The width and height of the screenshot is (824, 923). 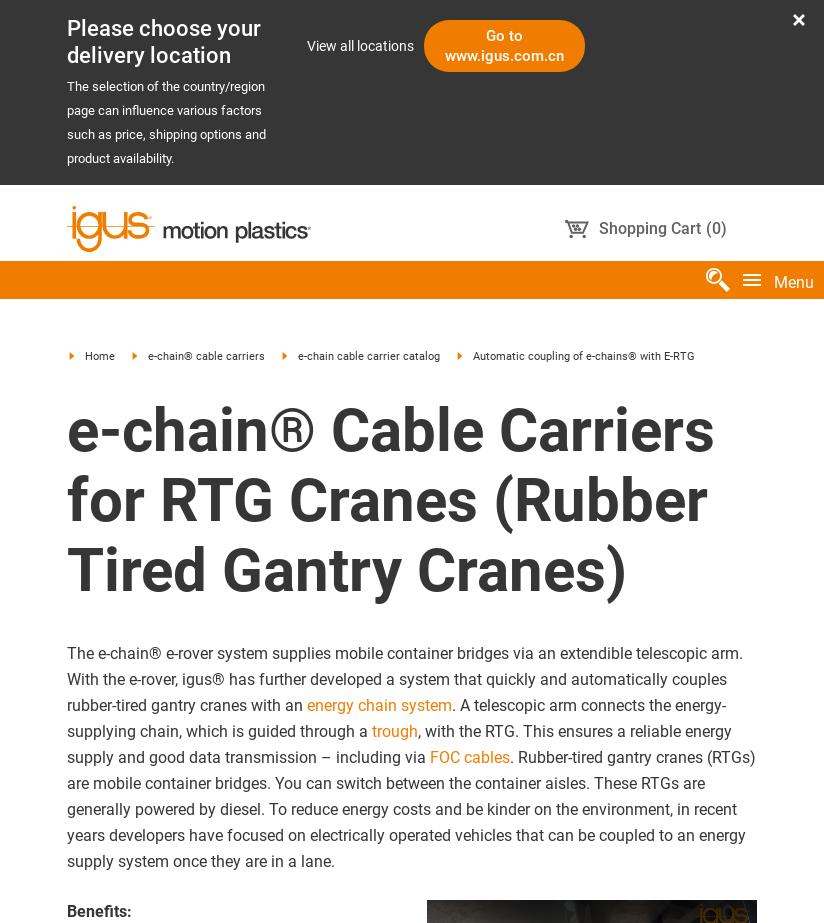 I want to click on 'Shopping Cart', so click(x=648, y=228).